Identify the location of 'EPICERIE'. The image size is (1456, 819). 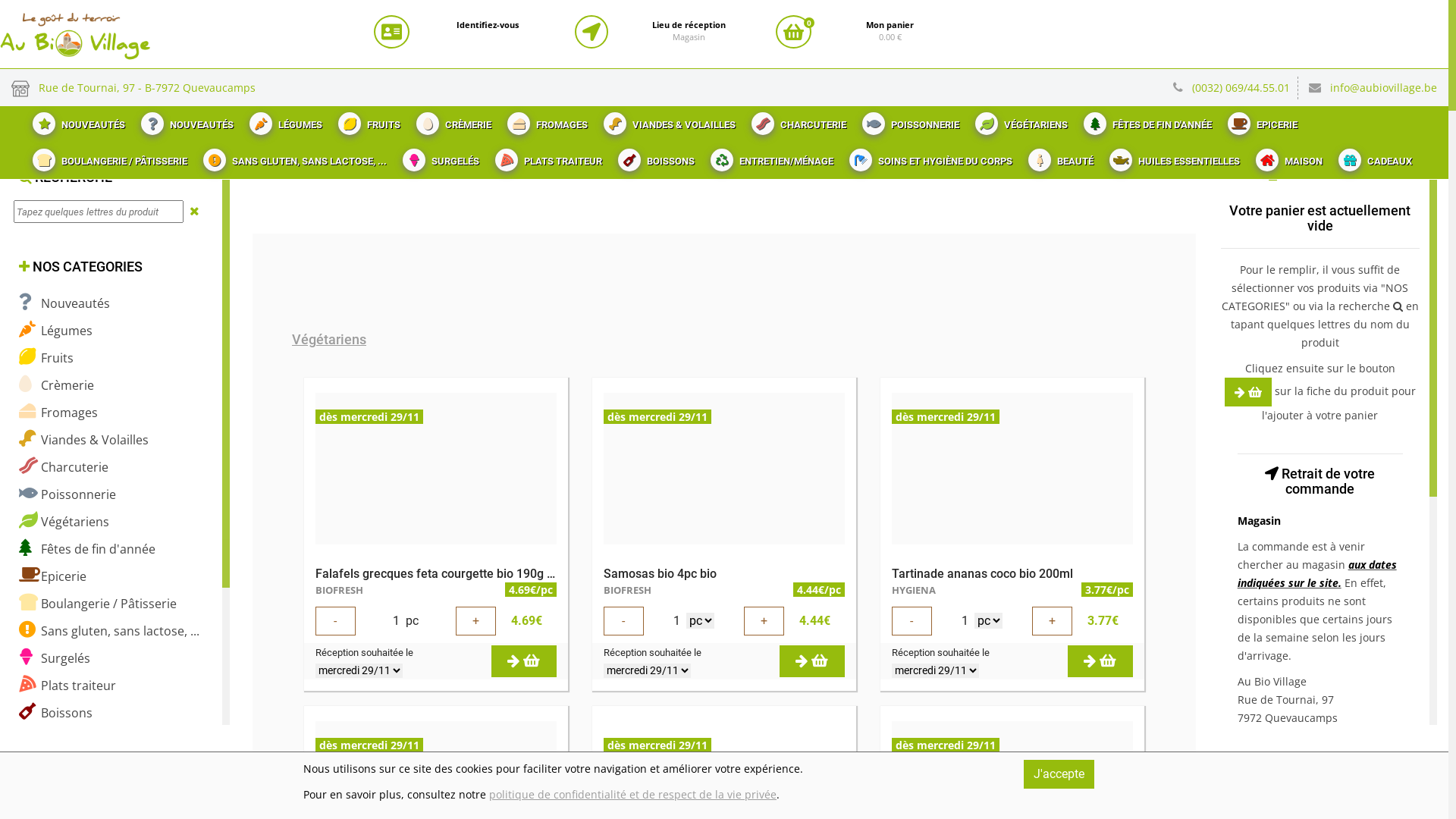
(1218, 119).